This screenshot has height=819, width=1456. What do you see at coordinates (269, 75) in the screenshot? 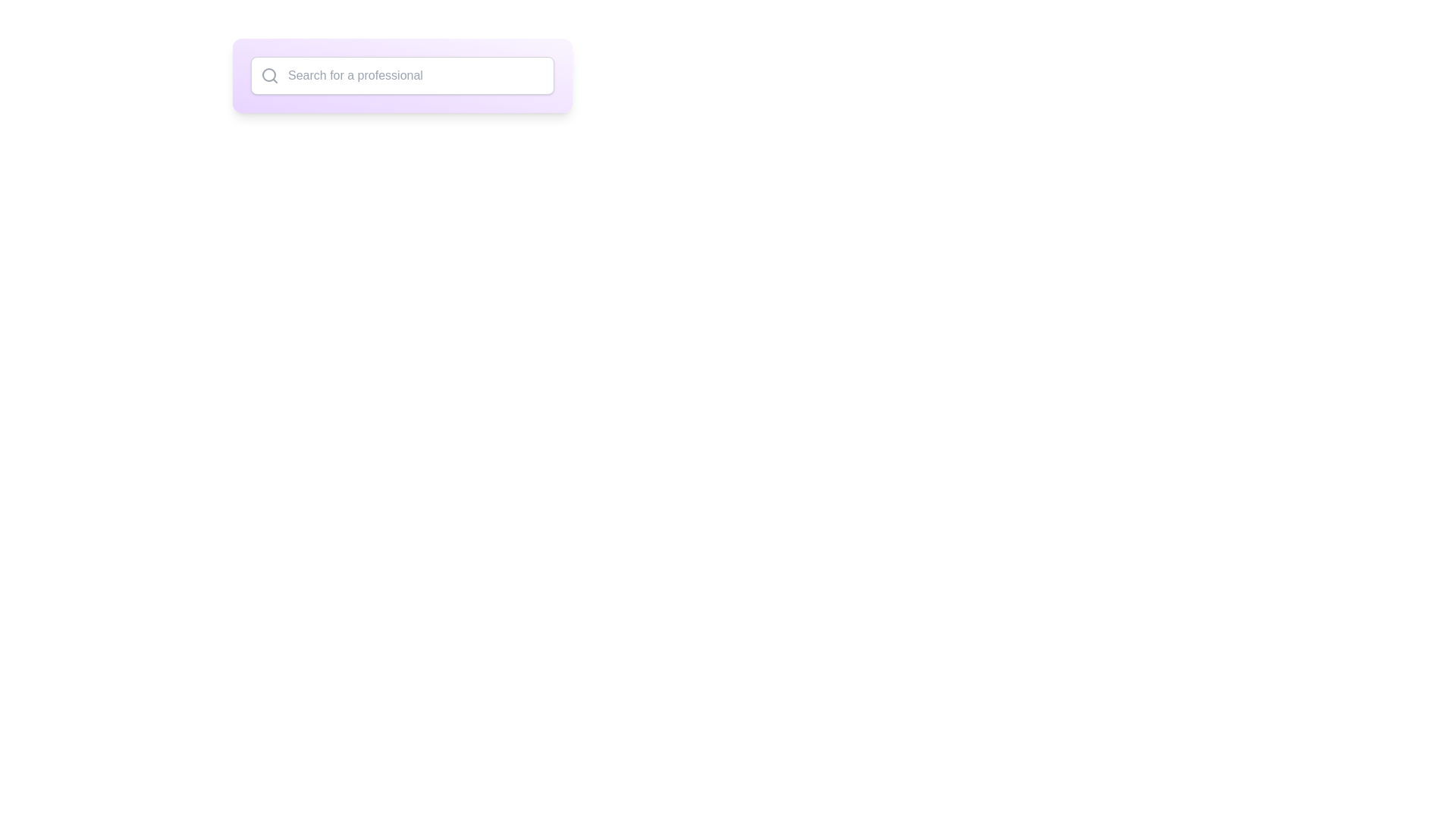
I see `the inner circular part of the graphical search icon associated with the search bar, located near the top-left of the page layout` at bounding box center [269, 75].